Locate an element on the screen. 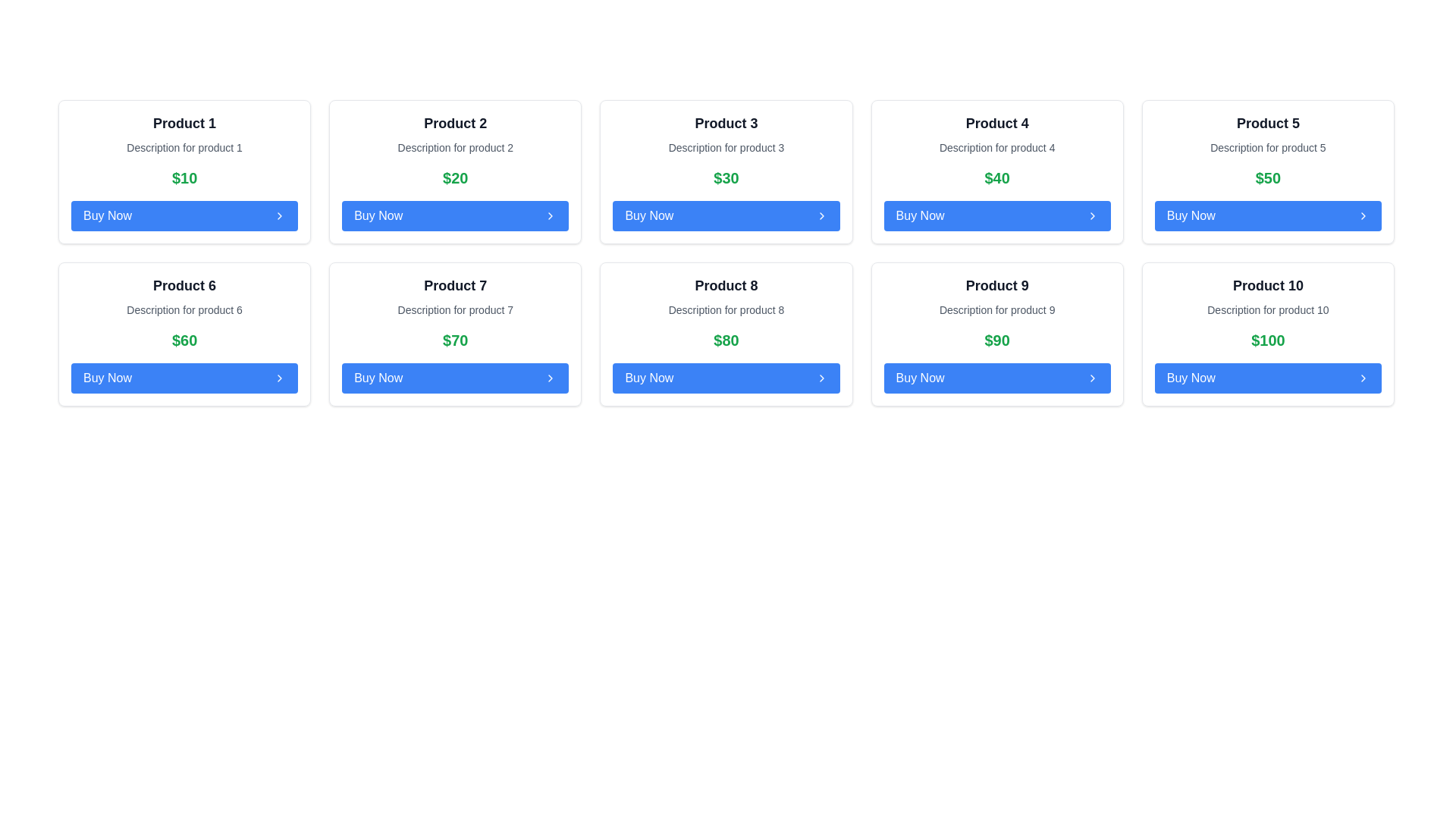 This screenshot has height=819, width=1456. the green text label displaying '$50' that is centrally aligned in the fifth card from the left, positioned between the product description and the 'Buy Now' button is located at coordinates (1268, 177).